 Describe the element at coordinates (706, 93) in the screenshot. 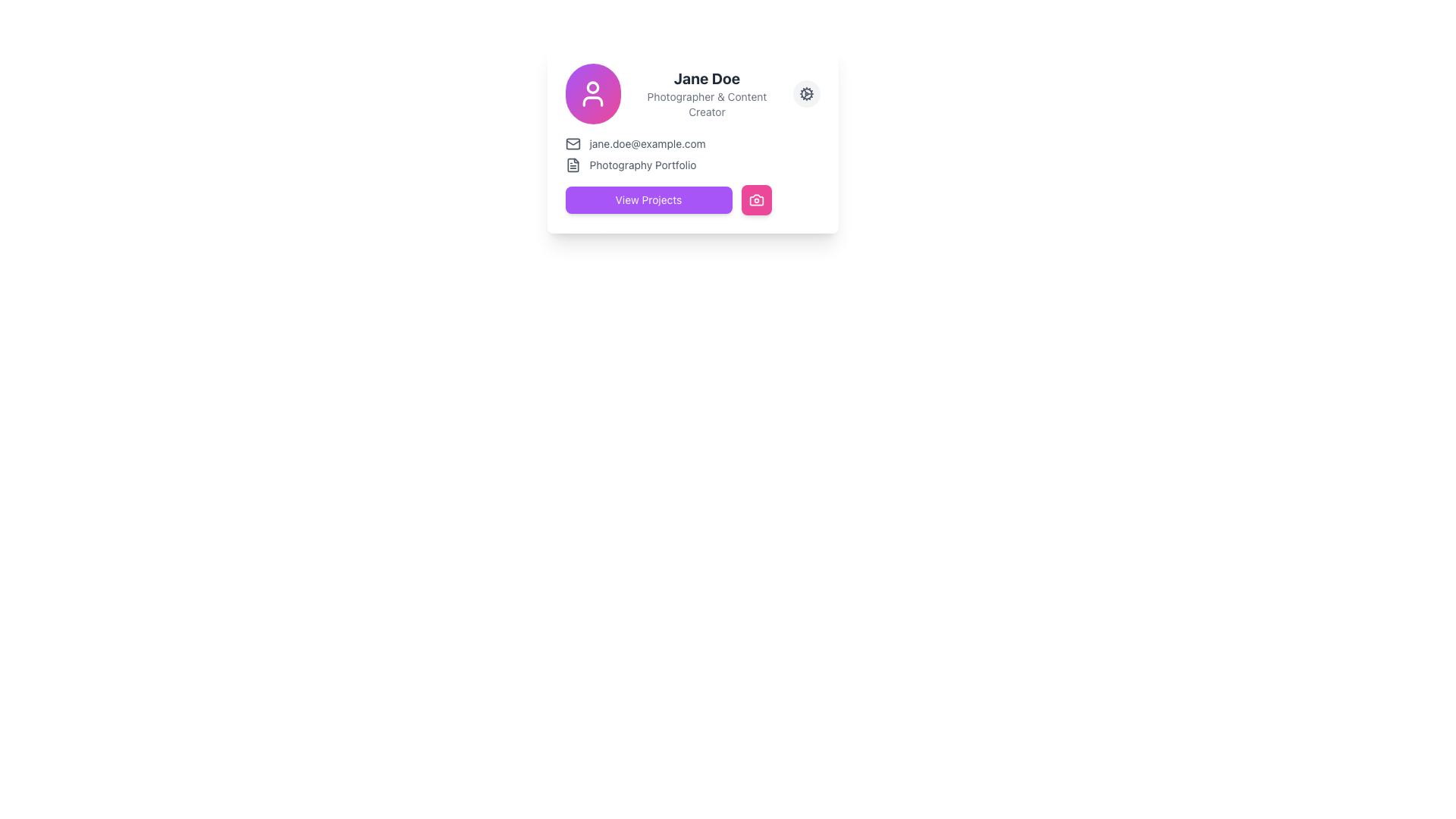

I see `the static text UI element displaying the title 'Jane Doe' and subtitle 'Photographer & Content Creator', which is located in the central right section of a card-like UI component` at that location.